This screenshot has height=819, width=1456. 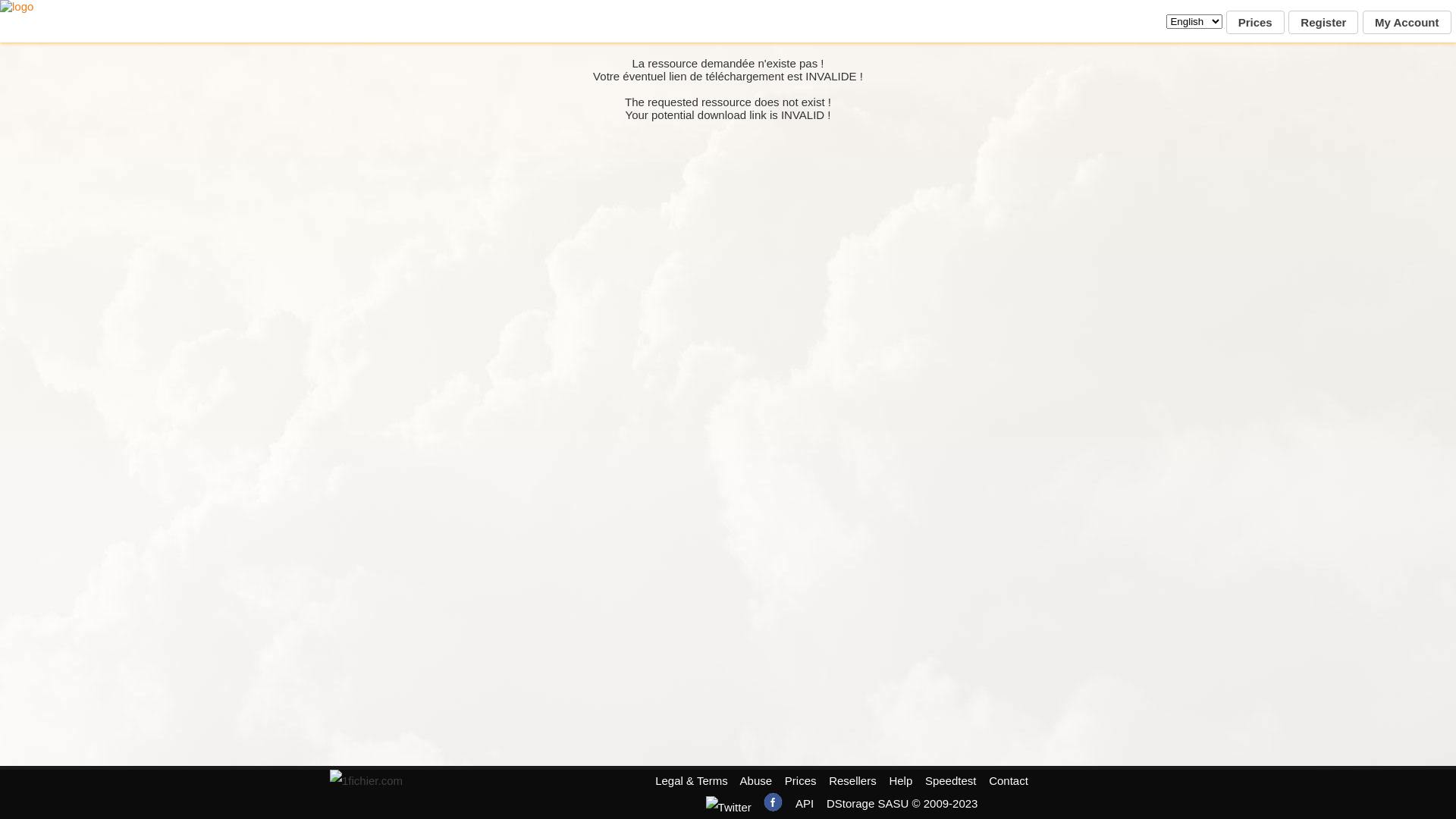 I want to click on 'Prices', so click(x=1226, y=22).